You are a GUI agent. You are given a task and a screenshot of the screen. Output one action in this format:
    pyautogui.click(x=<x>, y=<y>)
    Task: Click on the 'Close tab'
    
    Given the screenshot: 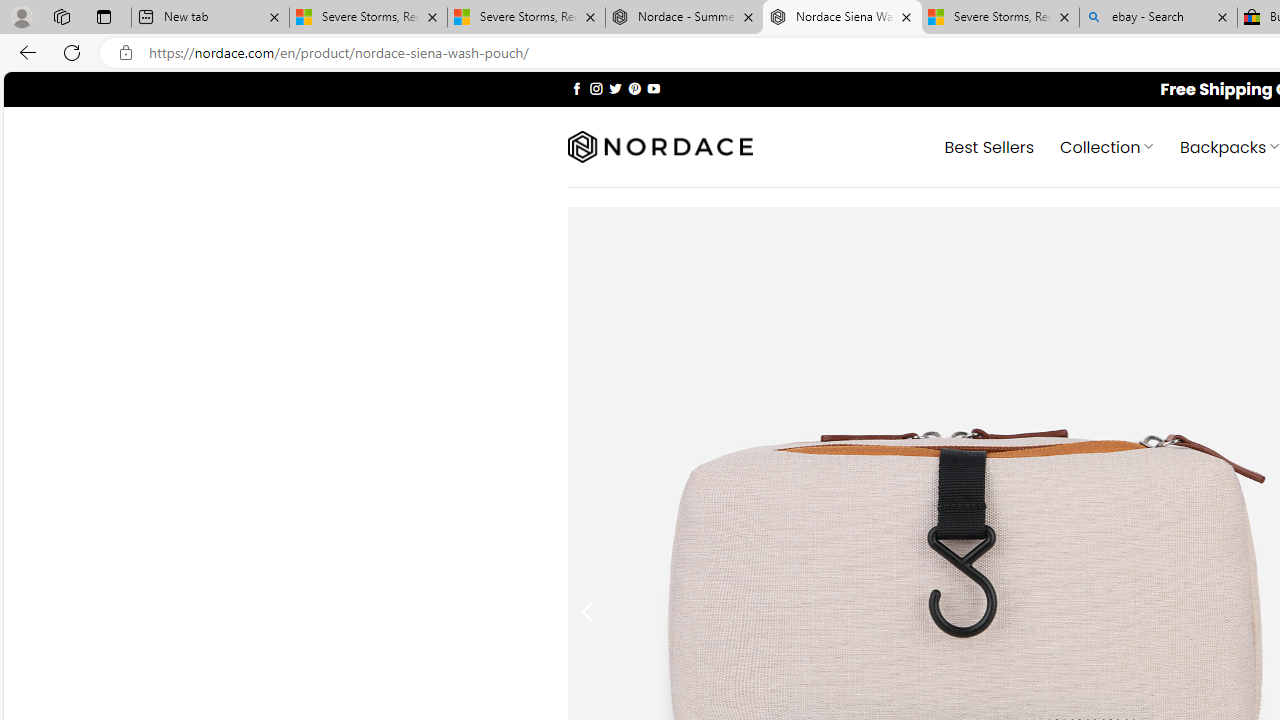 What is the action you would take?
    pyautogui.click(x=1221, y=17)
    